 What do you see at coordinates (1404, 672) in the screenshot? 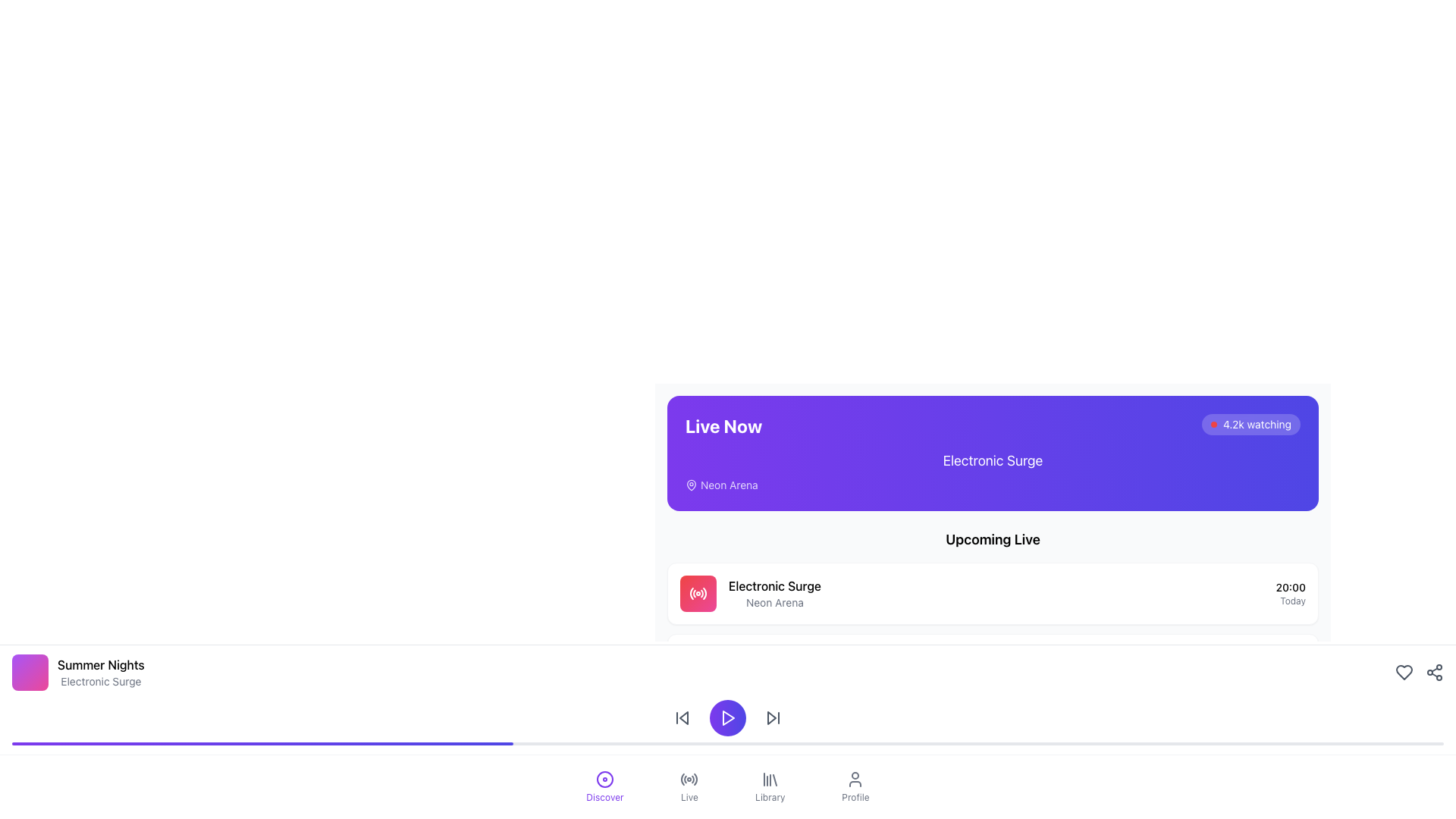
I see `the heart-shaped outline SVG icon located in the bottom-right corner of the interface, next to the sharing icon` at bounding box center [1404, 672].